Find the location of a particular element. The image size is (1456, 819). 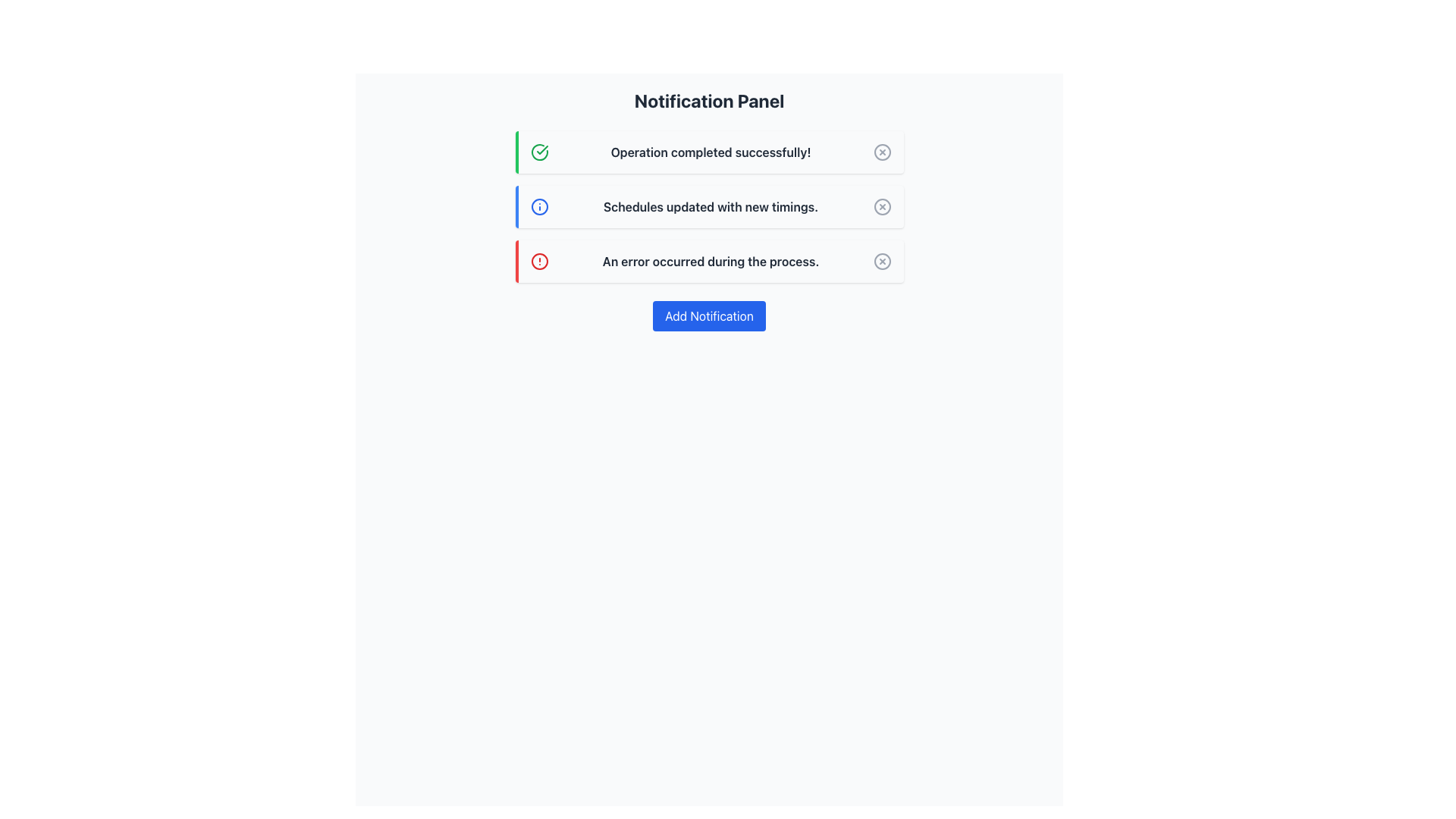

the Decorative Icon that indicates successful operation completion, located next to the text 'Operation completed successfully!' in the first notification row is located at coordinates (539, 152).